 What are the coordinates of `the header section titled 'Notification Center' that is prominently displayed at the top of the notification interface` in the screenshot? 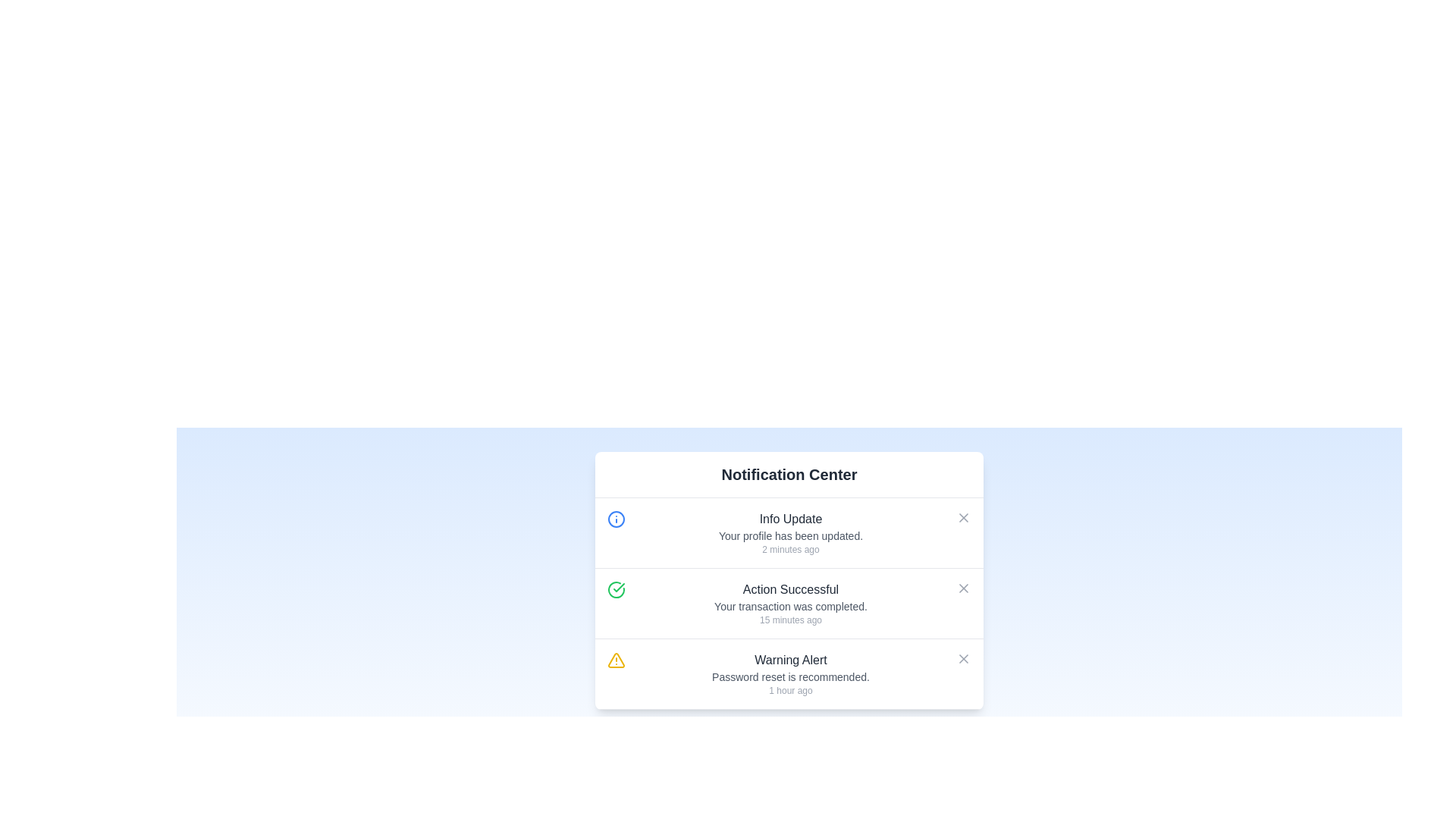 It's located at (789, 474).